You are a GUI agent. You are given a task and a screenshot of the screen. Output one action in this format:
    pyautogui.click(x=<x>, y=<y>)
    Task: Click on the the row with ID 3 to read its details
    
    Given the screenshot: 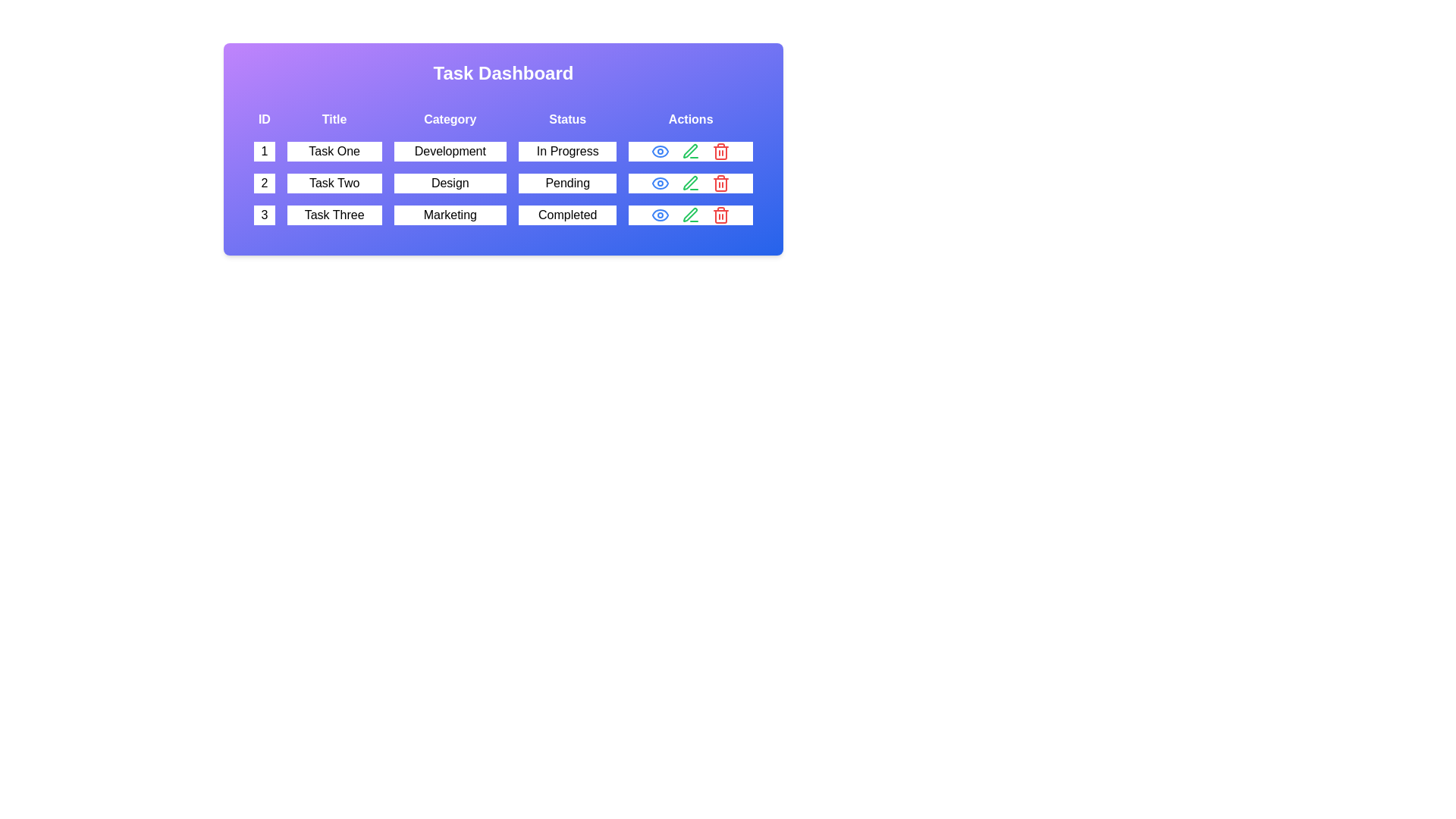 What is the action you would take?
    pyautogui.click(x=503, y=215)
    